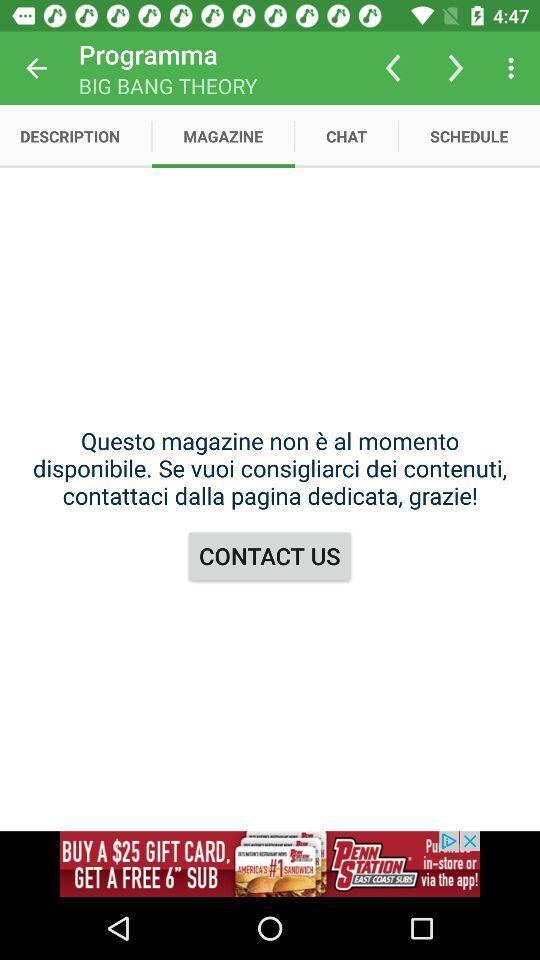  Describe the element at coordinates (469, 135) in the screenshot. I see `text below three dots` at that location.